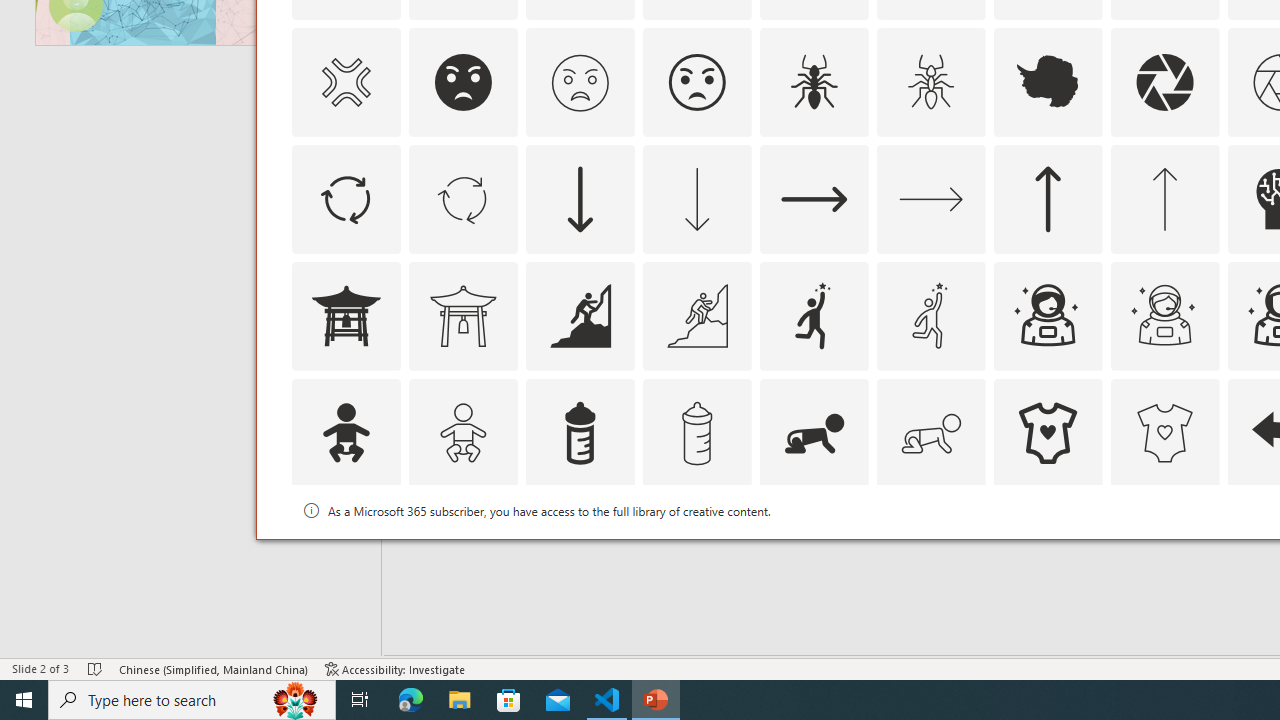 This screenshot has height=720, width=1280. I want to click on 'AutomationID: Icons_BabyOnesie', so click(1047, 431).